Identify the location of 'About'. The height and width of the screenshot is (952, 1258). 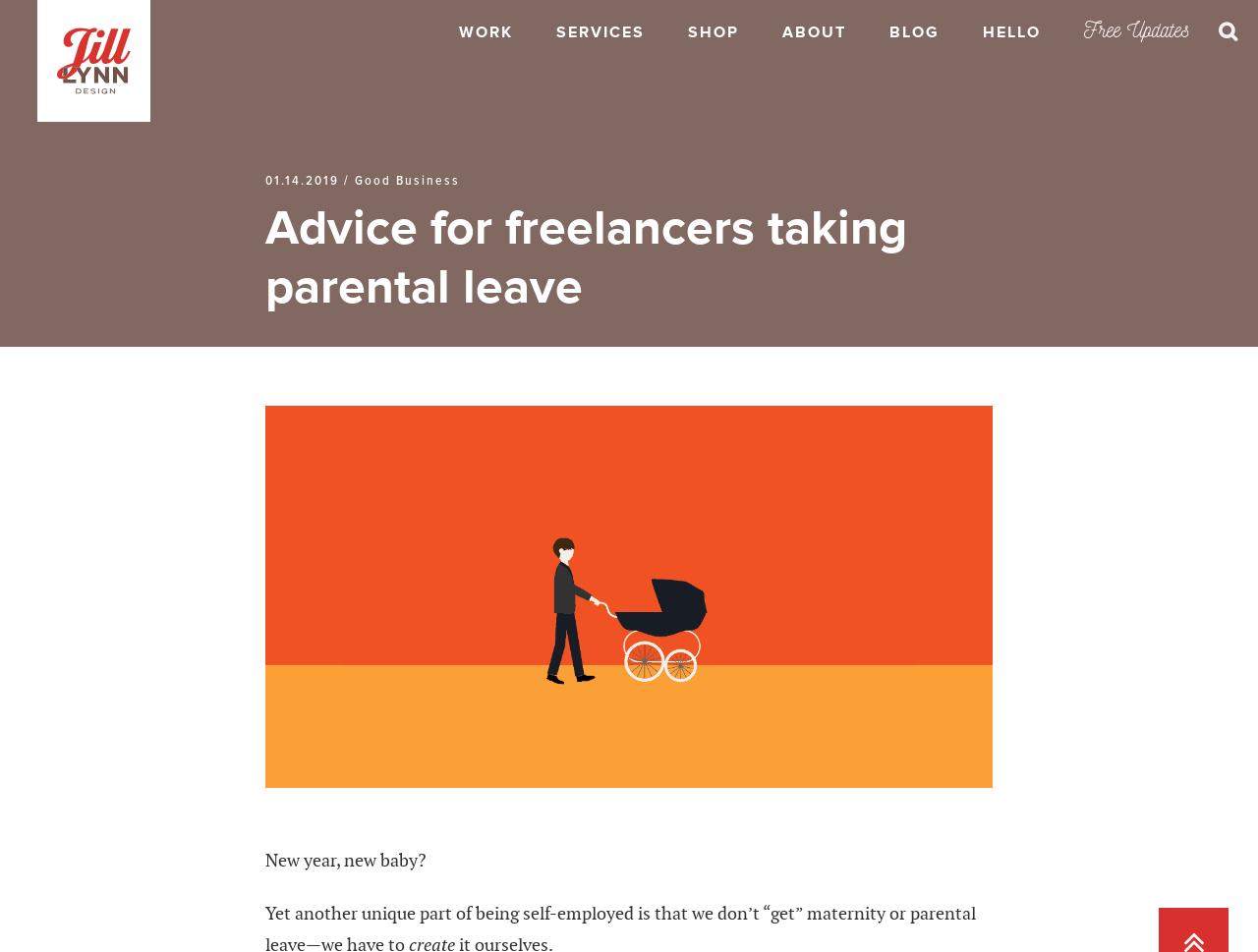
(814, 32).